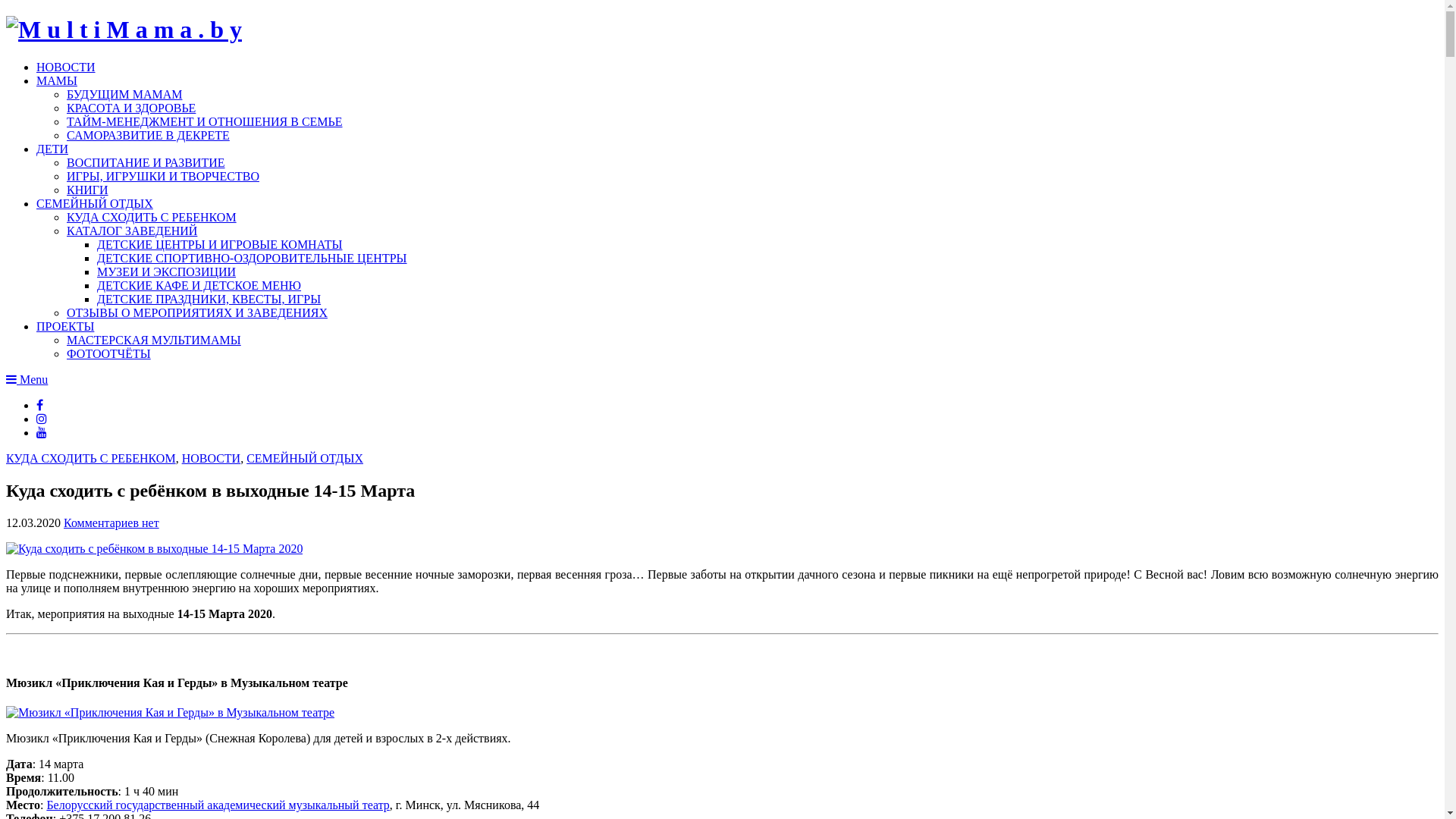 The image size is (1456, 819). Describe the element at coordinates (27, 378) in the screenshot. I see `'Menu'` at that location.